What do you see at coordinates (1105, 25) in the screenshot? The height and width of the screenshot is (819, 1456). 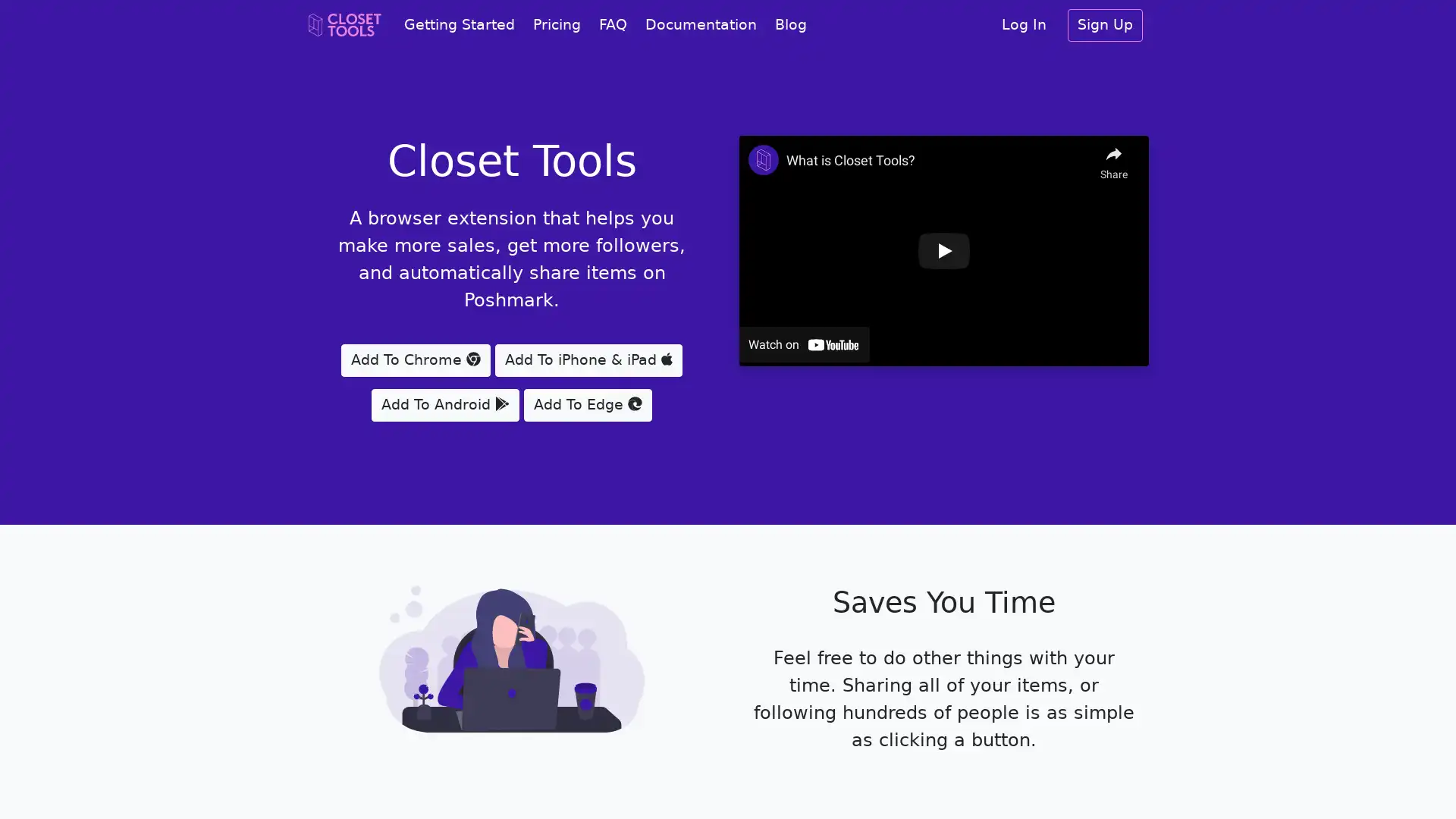 I see `Sign Up` at bounding box center [1105, 25].